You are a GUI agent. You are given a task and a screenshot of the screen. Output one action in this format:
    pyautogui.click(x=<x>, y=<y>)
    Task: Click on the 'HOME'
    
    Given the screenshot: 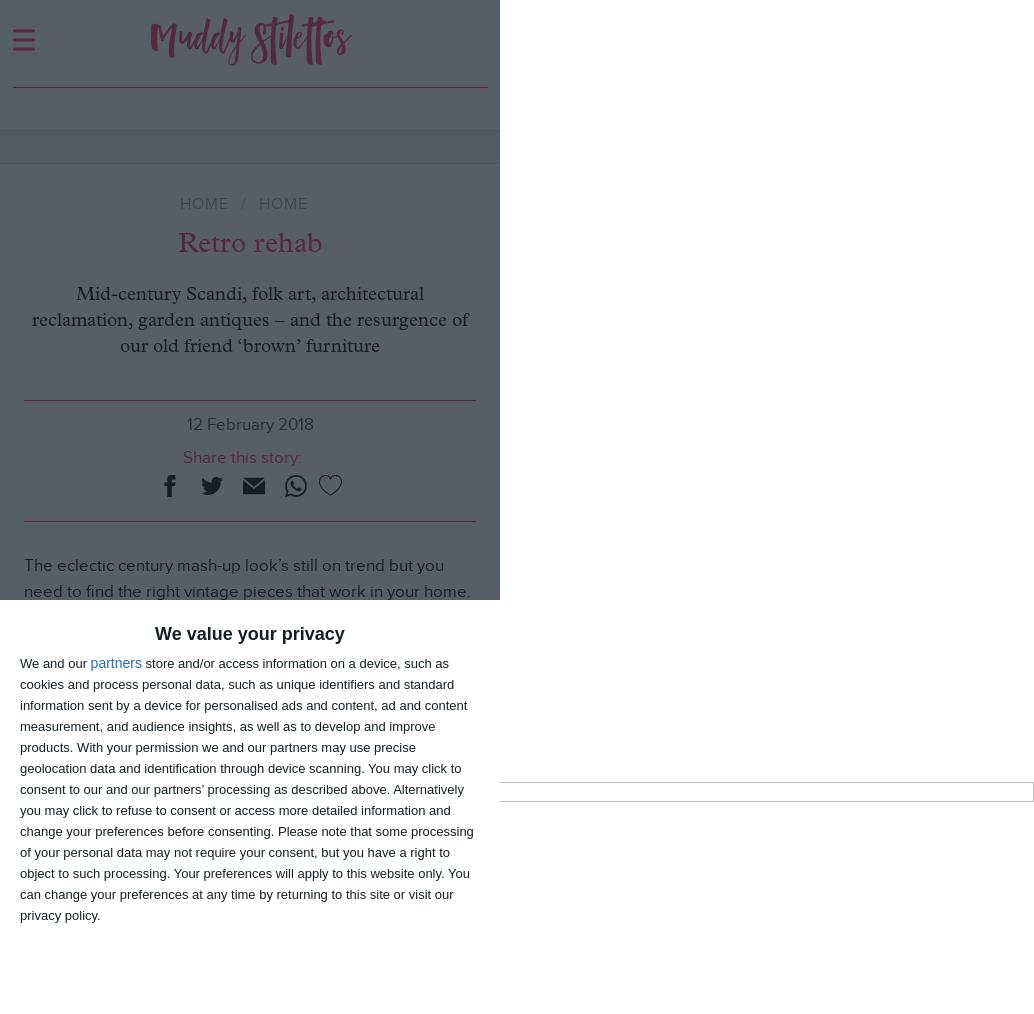 What is the action you would take?
    pyautogui.click(x=282, y=203)
    